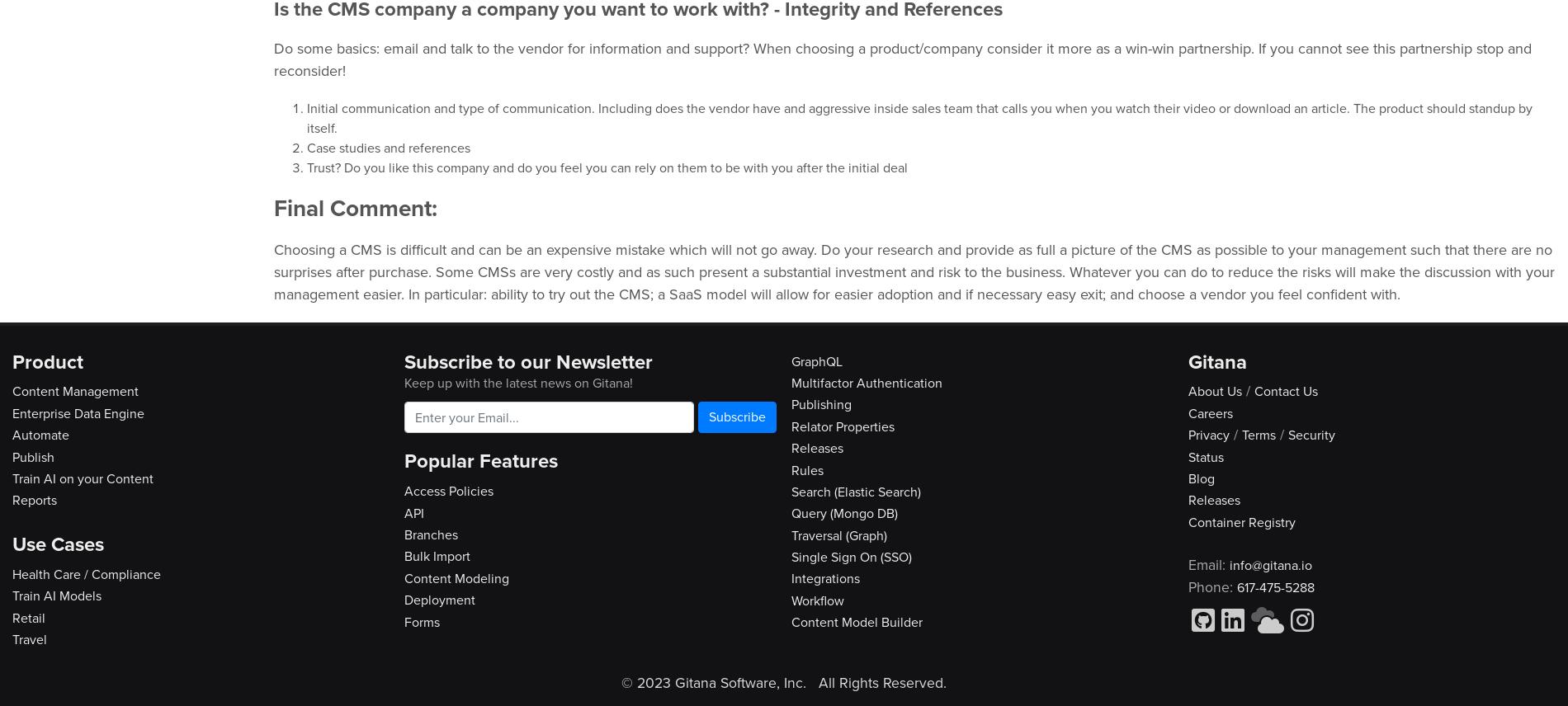 This screenshot has height=706, width=1568. What do you see at coordinates (1210, 412) in the screenshot?
I see `'Careers'` at bounding box center [1210, 412].